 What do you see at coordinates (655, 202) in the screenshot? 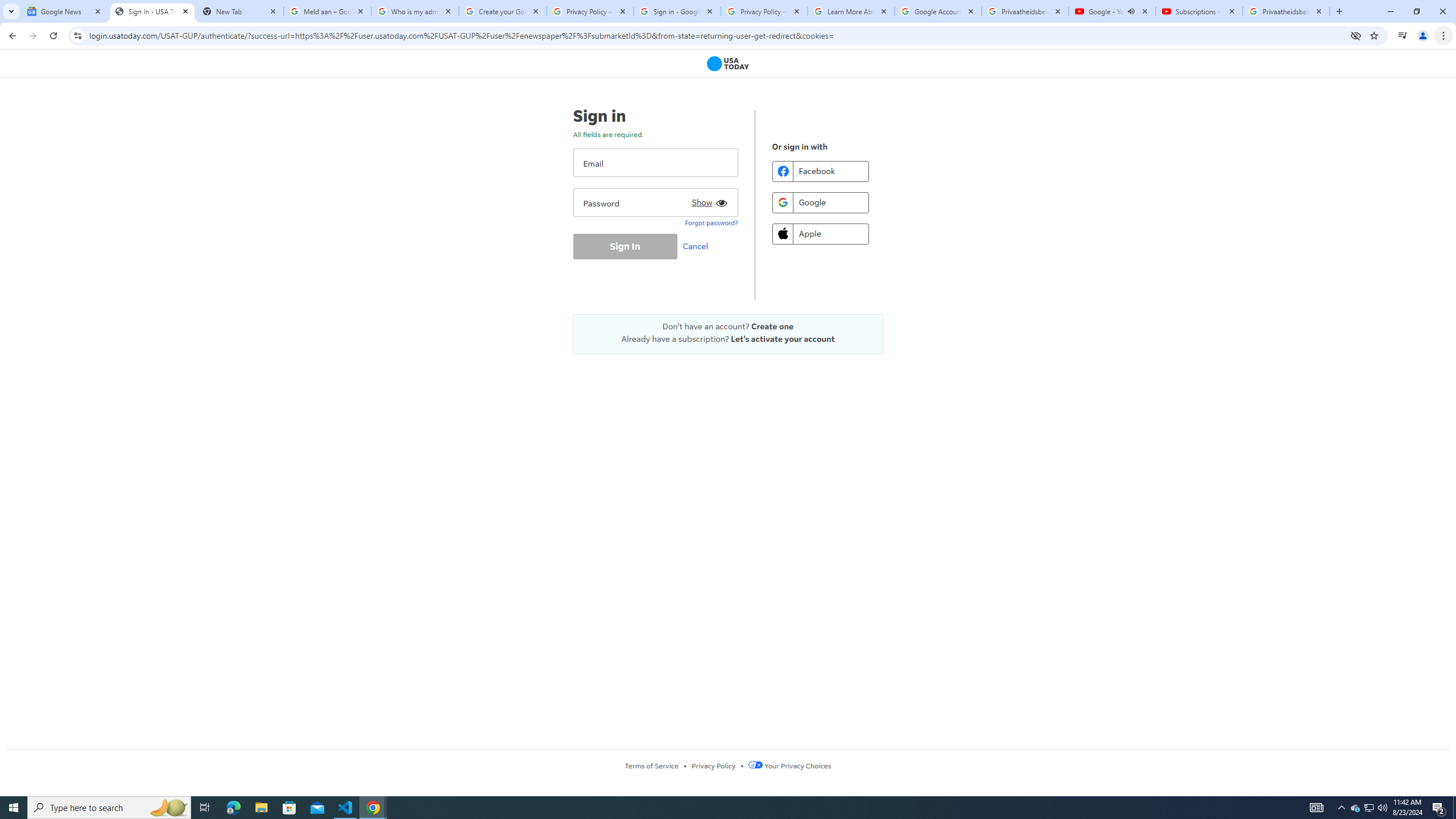
I see `'Enter Password'` at bounding box center [655, 202].